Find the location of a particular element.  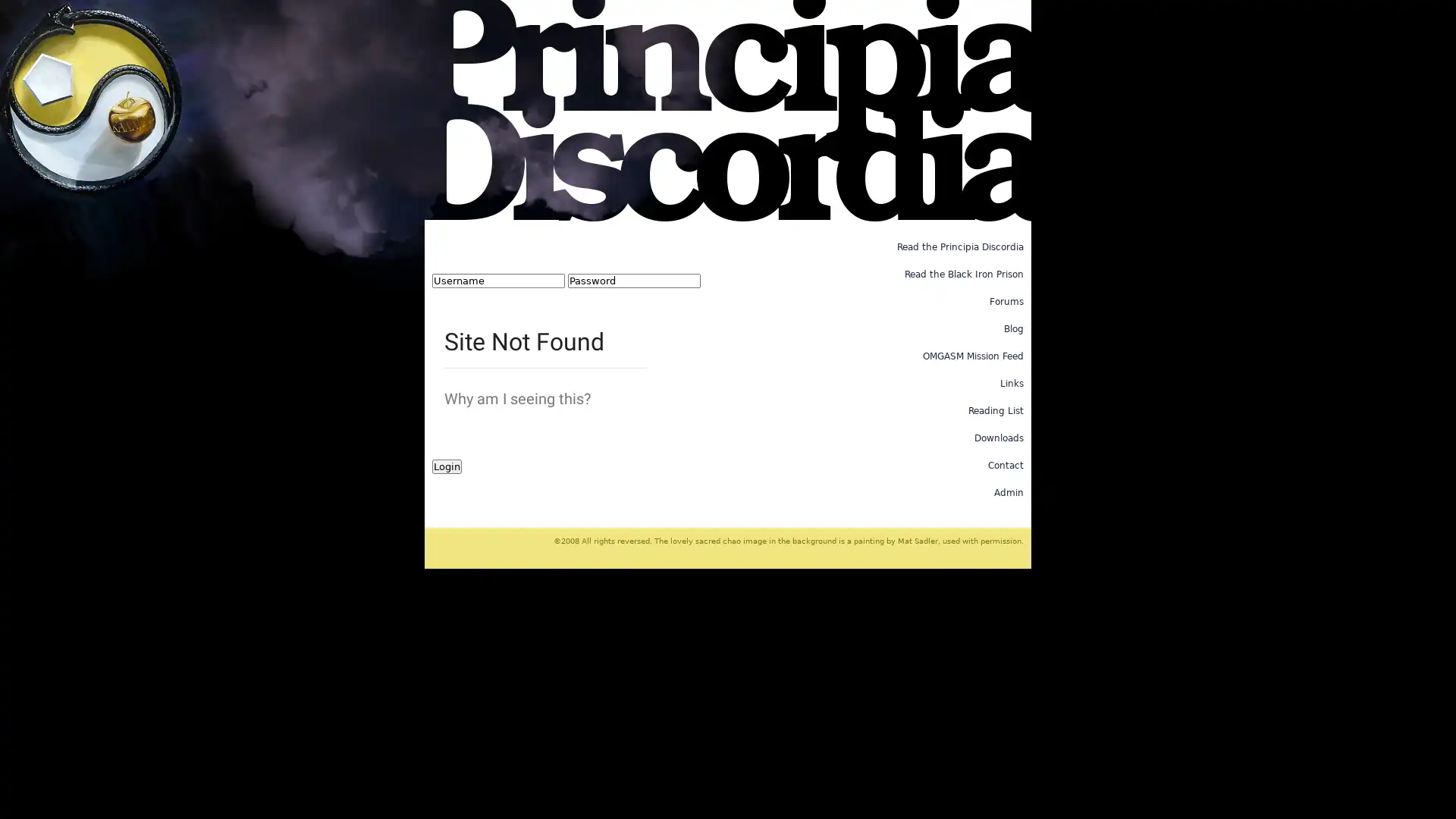

Login is located at coordinates (446, 466).